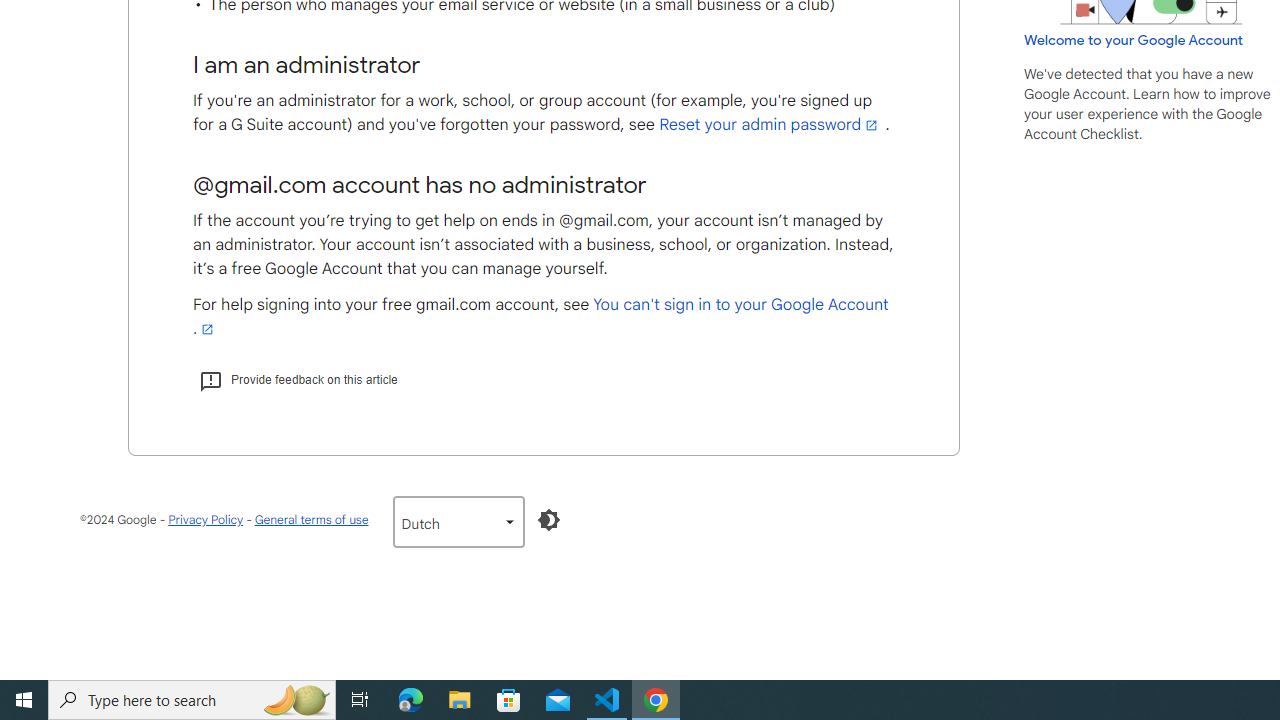  Describe the element at coordinates (769, 125) in the screenshot. I see `'Reset your admin password'` at that location.